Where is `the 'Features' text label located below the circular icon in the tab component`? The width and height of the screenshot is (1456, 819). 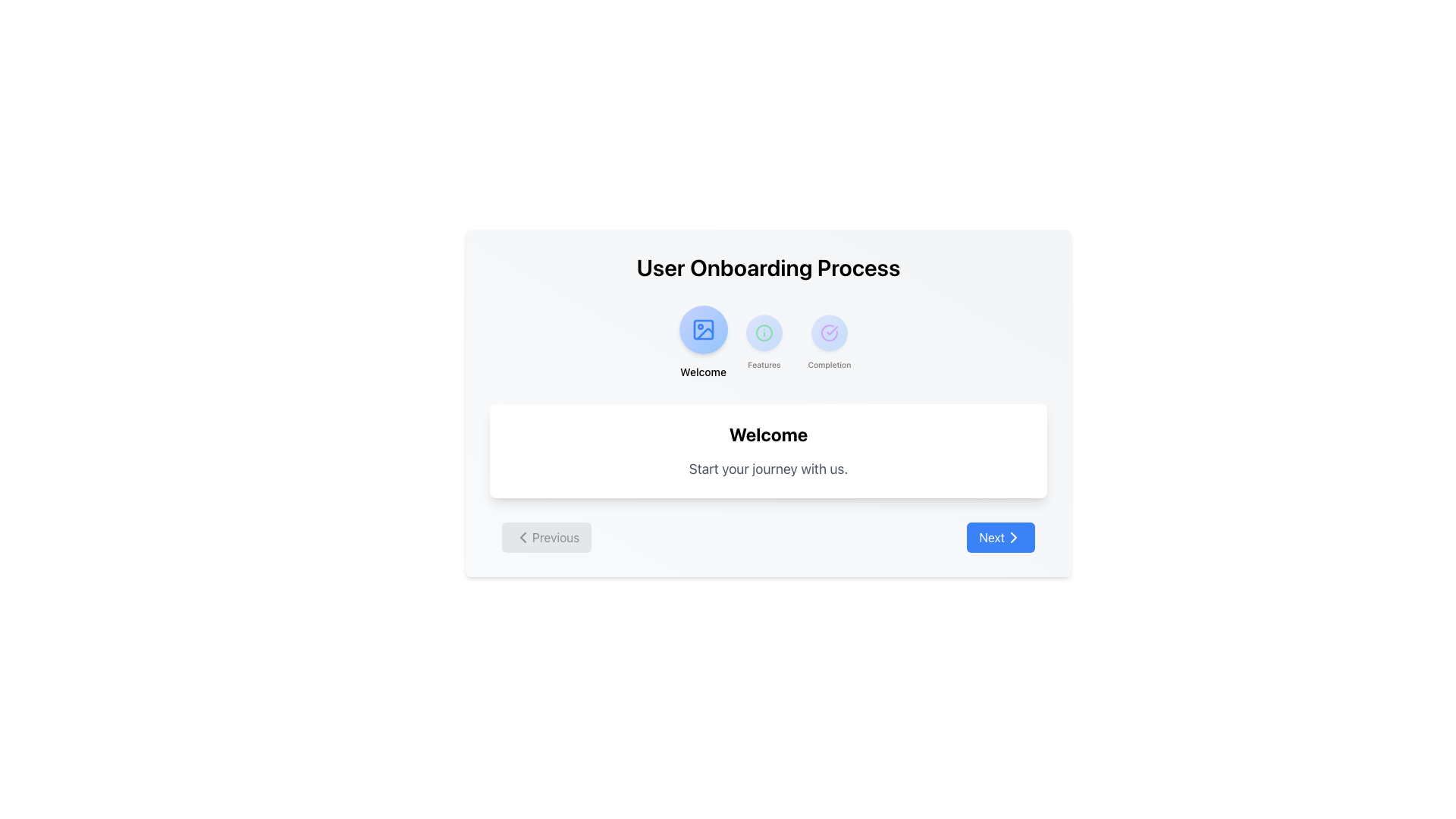
the 'Features' text label located below the circular icon in the tab component is located at coordinates (764, 365).